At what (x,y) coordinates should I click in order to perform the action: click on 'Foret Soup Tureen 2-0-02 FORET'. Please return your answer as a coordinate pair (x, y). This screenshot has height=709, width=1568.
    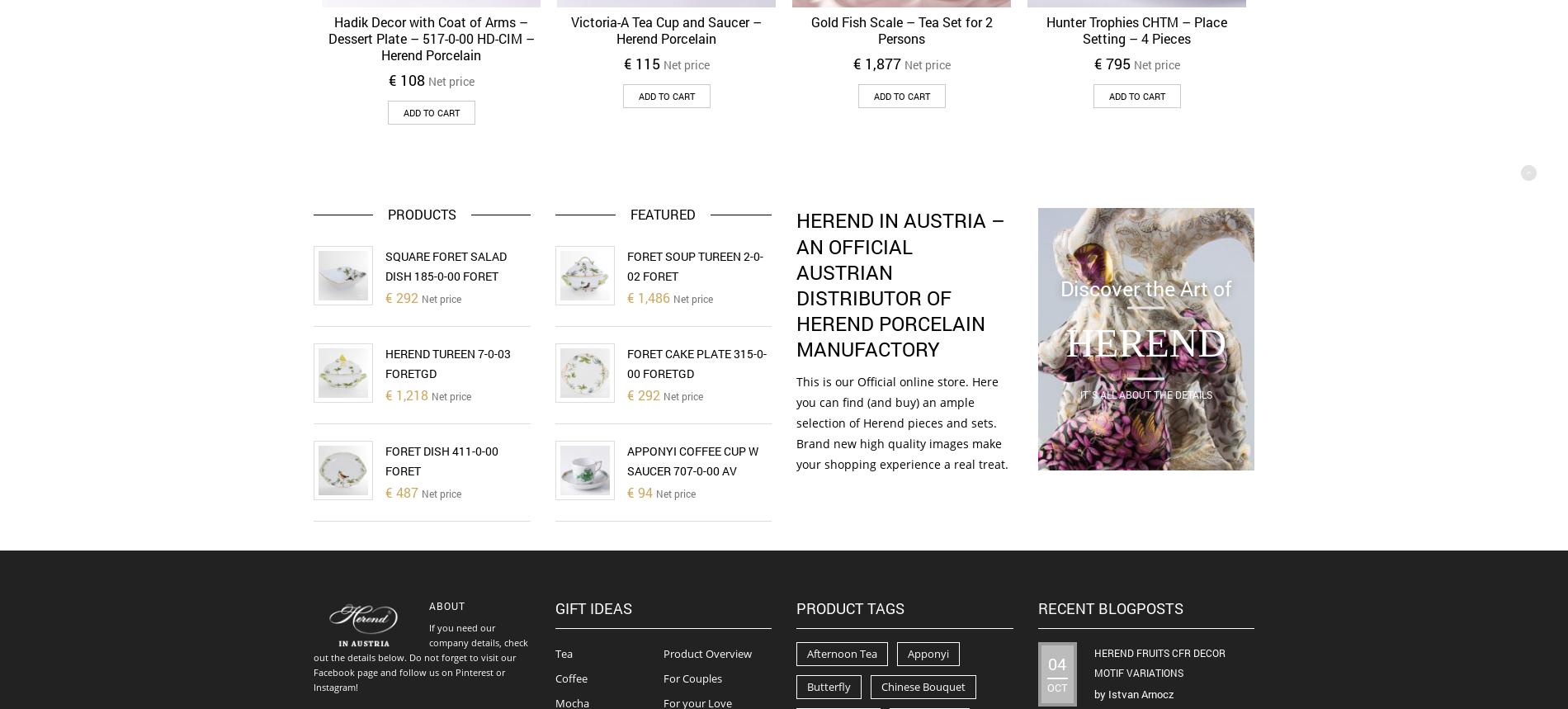
    Looking at the image, I should click on (693, 266).